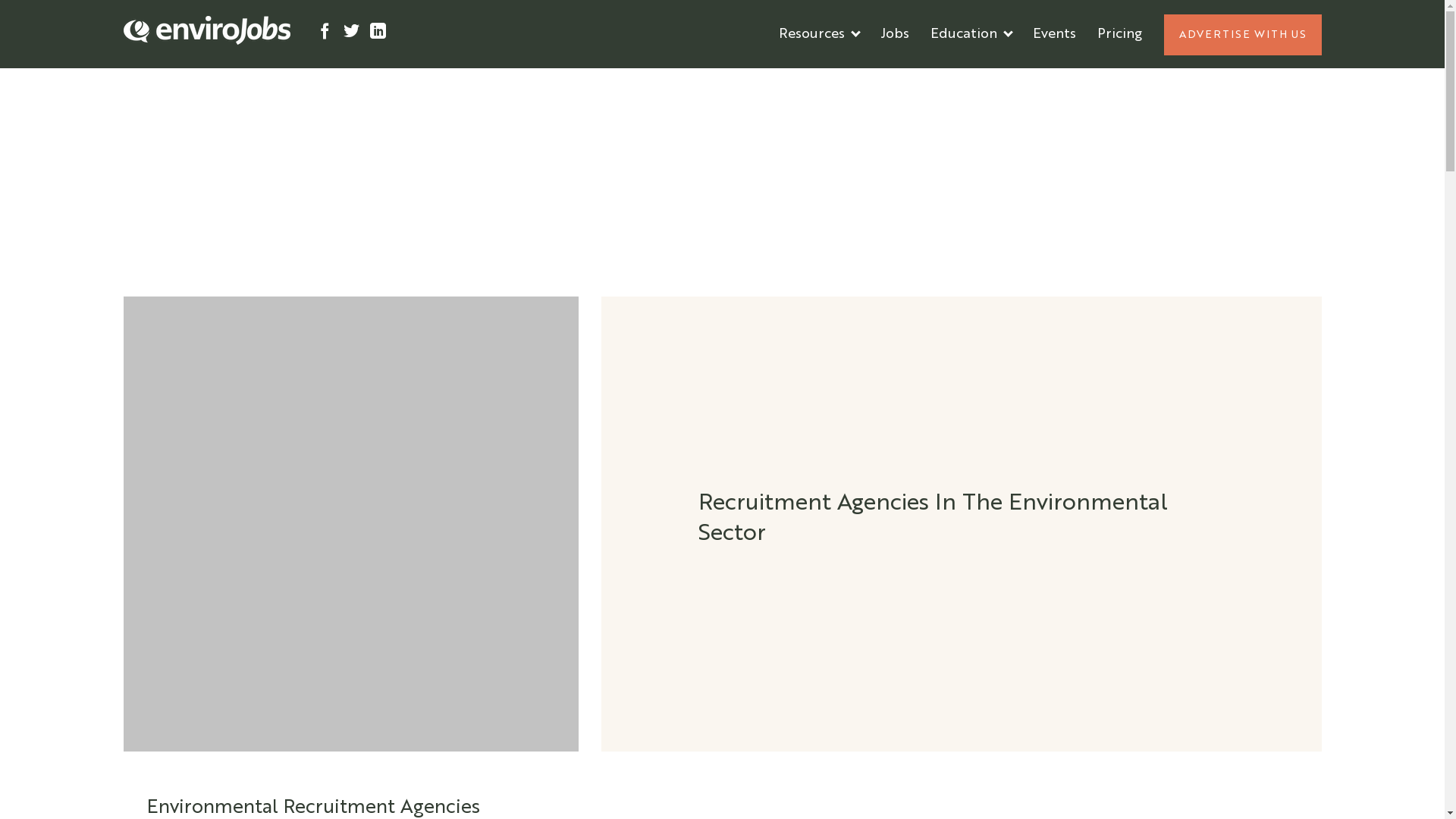 The image size is (1456, 819). What do you see at coordinates (817, 34) in the screenshot?
I see `'Resources'` at bounding box center [817, 34].